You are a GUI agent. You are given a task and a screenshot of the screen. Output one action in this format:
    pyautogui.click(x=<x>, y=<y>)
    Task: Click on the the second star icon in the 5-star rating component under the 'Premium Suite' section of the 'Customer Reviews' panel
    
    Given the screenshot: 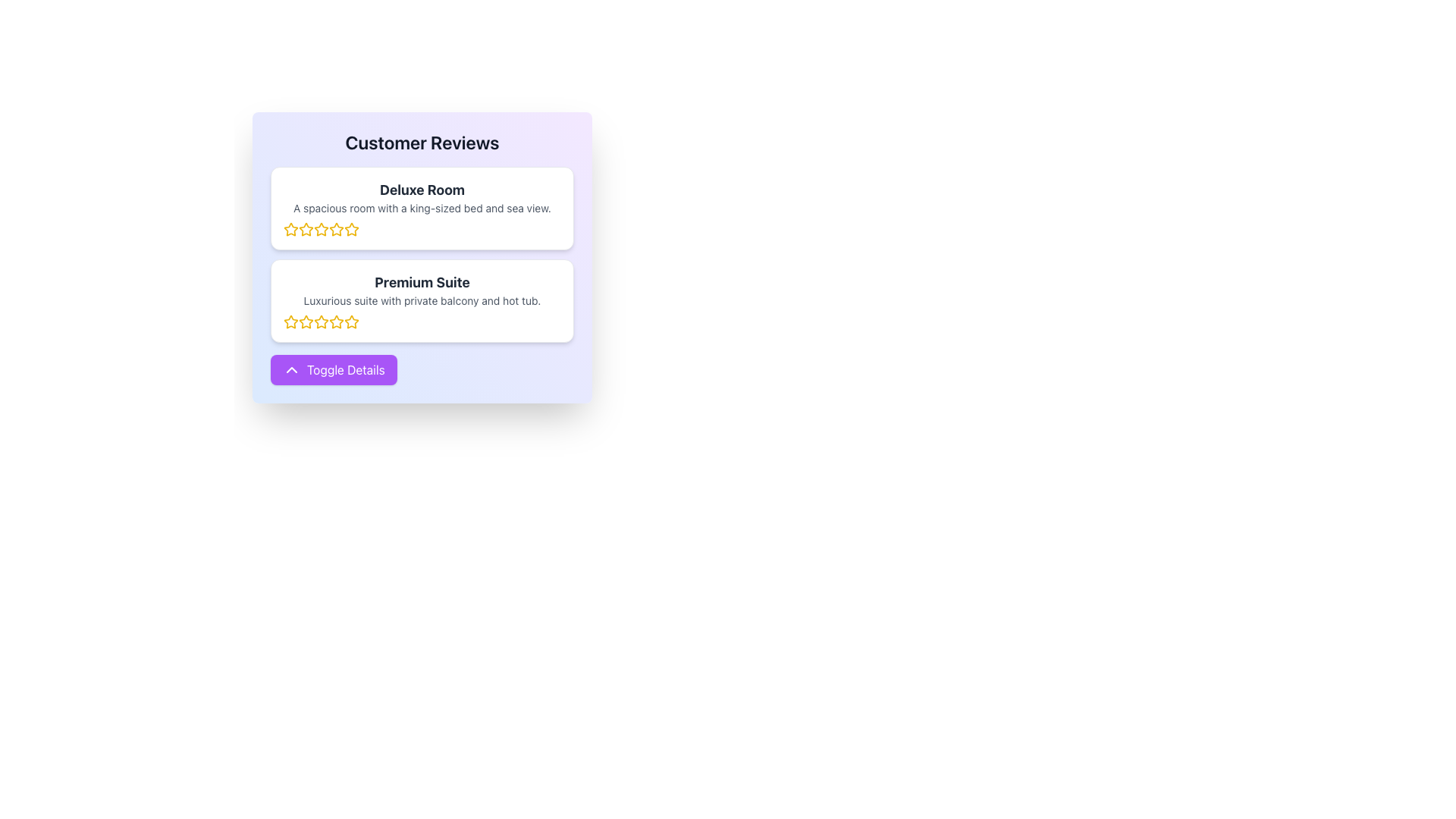 What is the action you would take?
    pyautogui.click(x=320, y=321)
    